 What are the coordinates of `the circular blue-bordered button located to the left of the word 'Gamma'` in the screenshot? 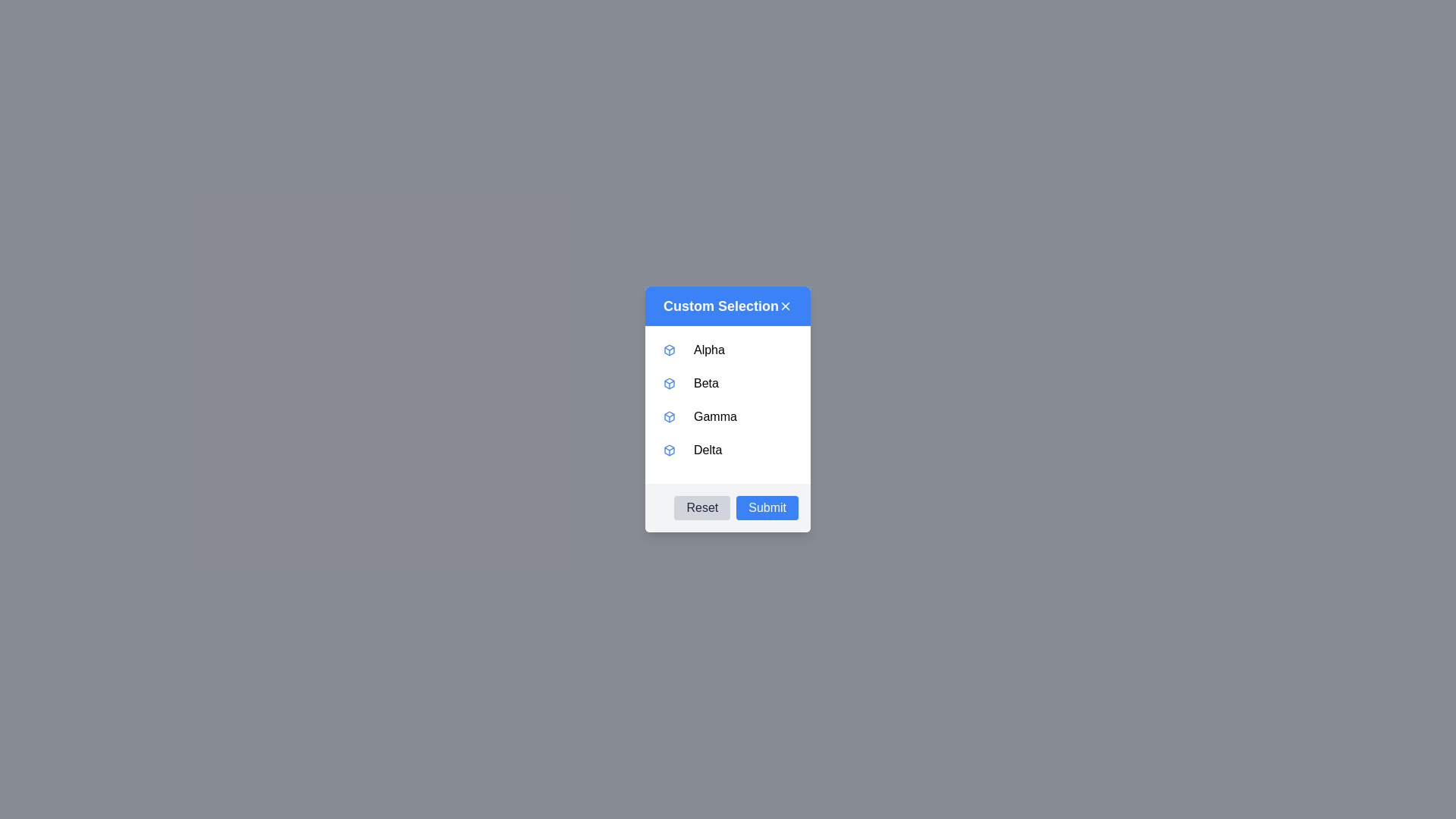 It's located at (728, 403).